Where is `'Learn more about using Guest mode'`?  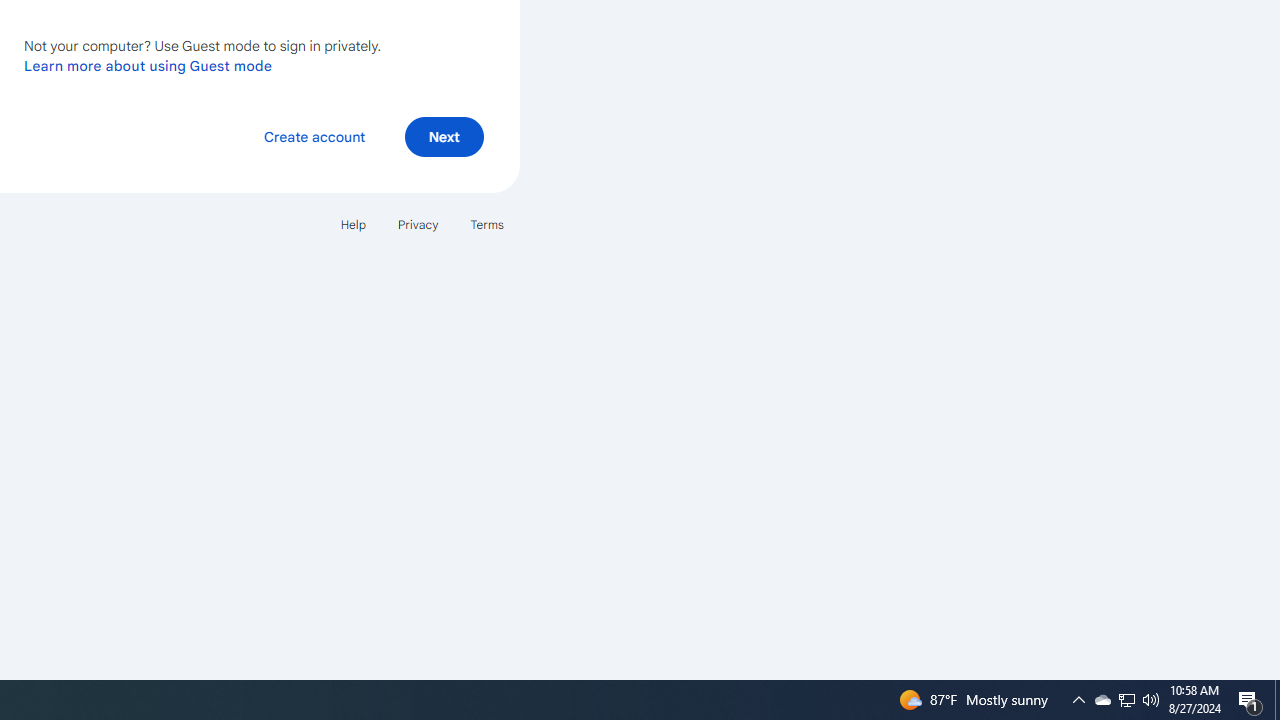
'Learn more about using Guest mode' is located at coordinates (147, 64).